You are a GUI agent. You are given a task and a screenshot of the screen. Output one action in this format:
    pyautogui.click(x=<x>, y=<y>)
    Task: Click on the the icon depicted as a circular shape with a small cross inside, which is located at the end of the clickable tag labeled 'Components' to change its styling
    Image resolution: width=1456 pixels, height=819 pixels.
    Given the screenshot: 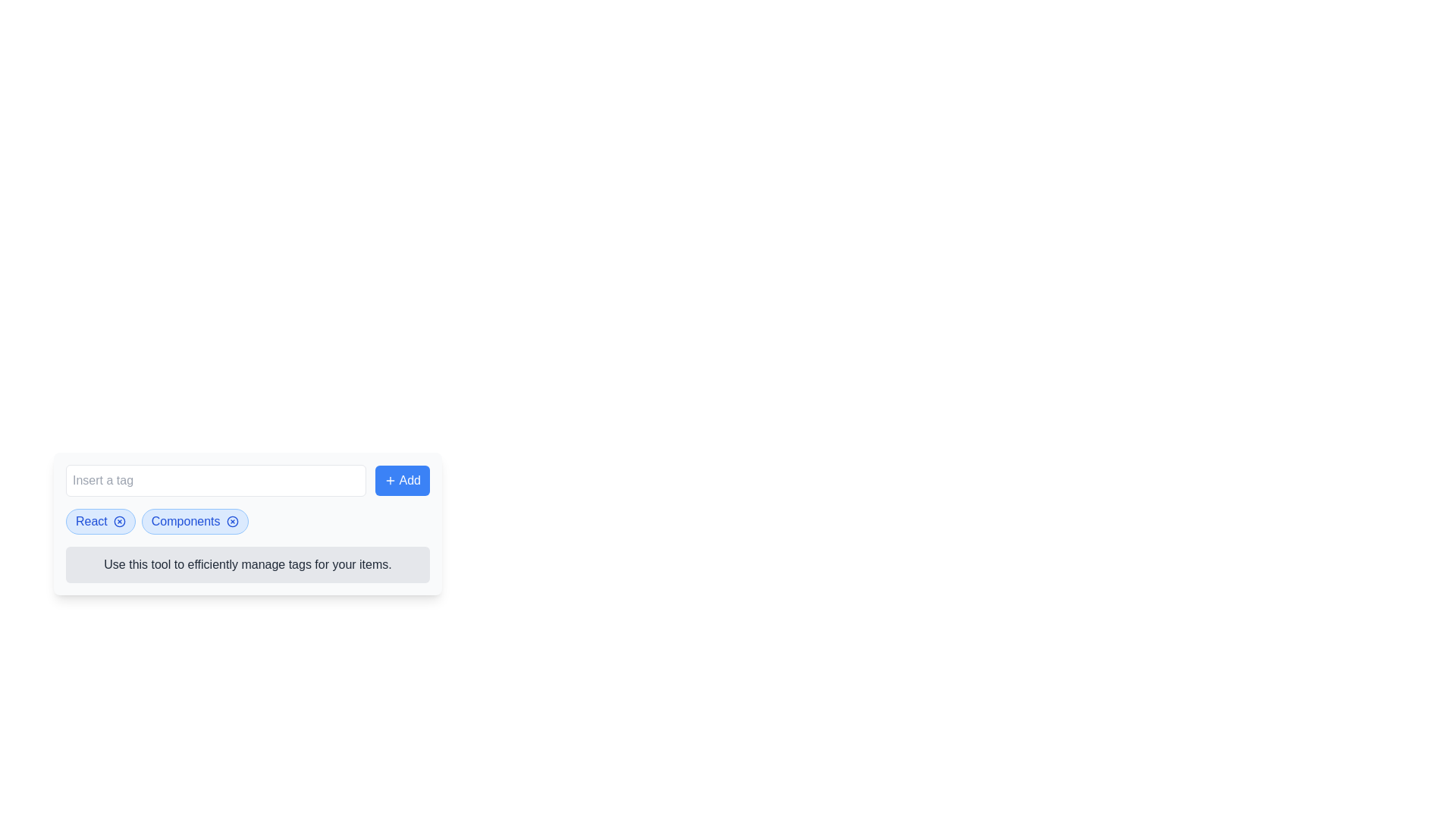 What is the action you would take?
    pyautogui.click(x=231, y=520)
    